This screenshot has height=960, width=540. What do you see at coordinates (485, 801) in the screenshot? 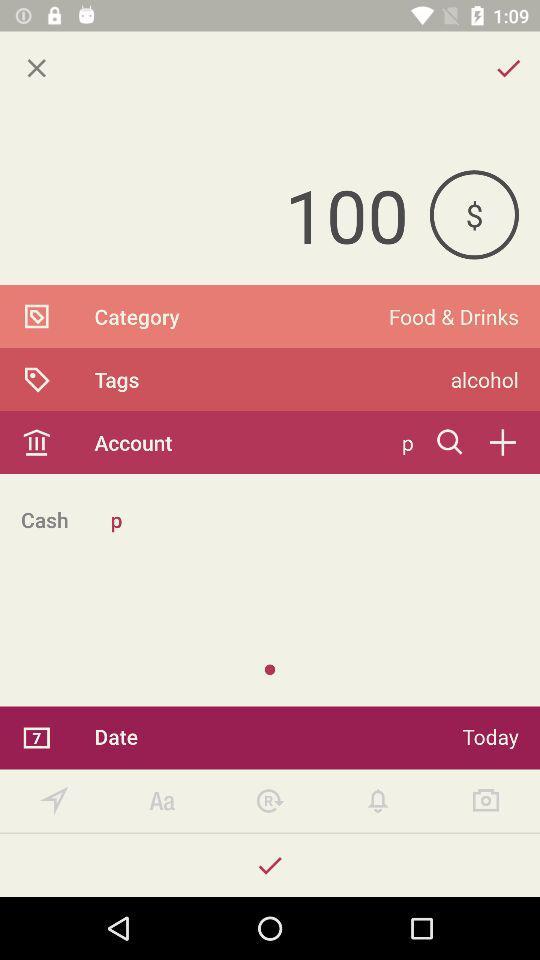
I see `take a picture` at bounding box center [485, 801].